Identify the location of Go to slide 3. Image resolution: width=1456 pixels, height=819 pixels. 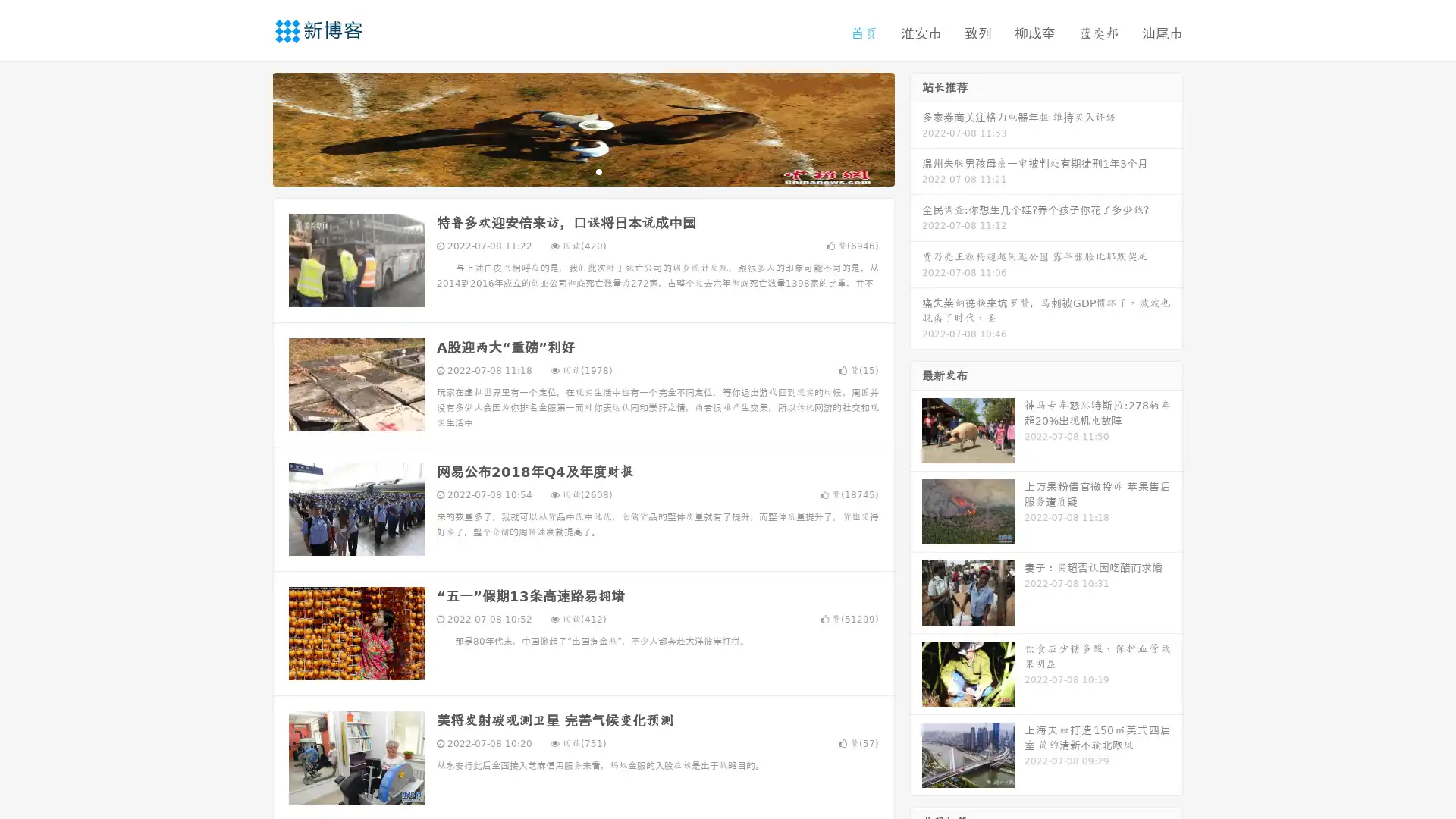
(598, 171).